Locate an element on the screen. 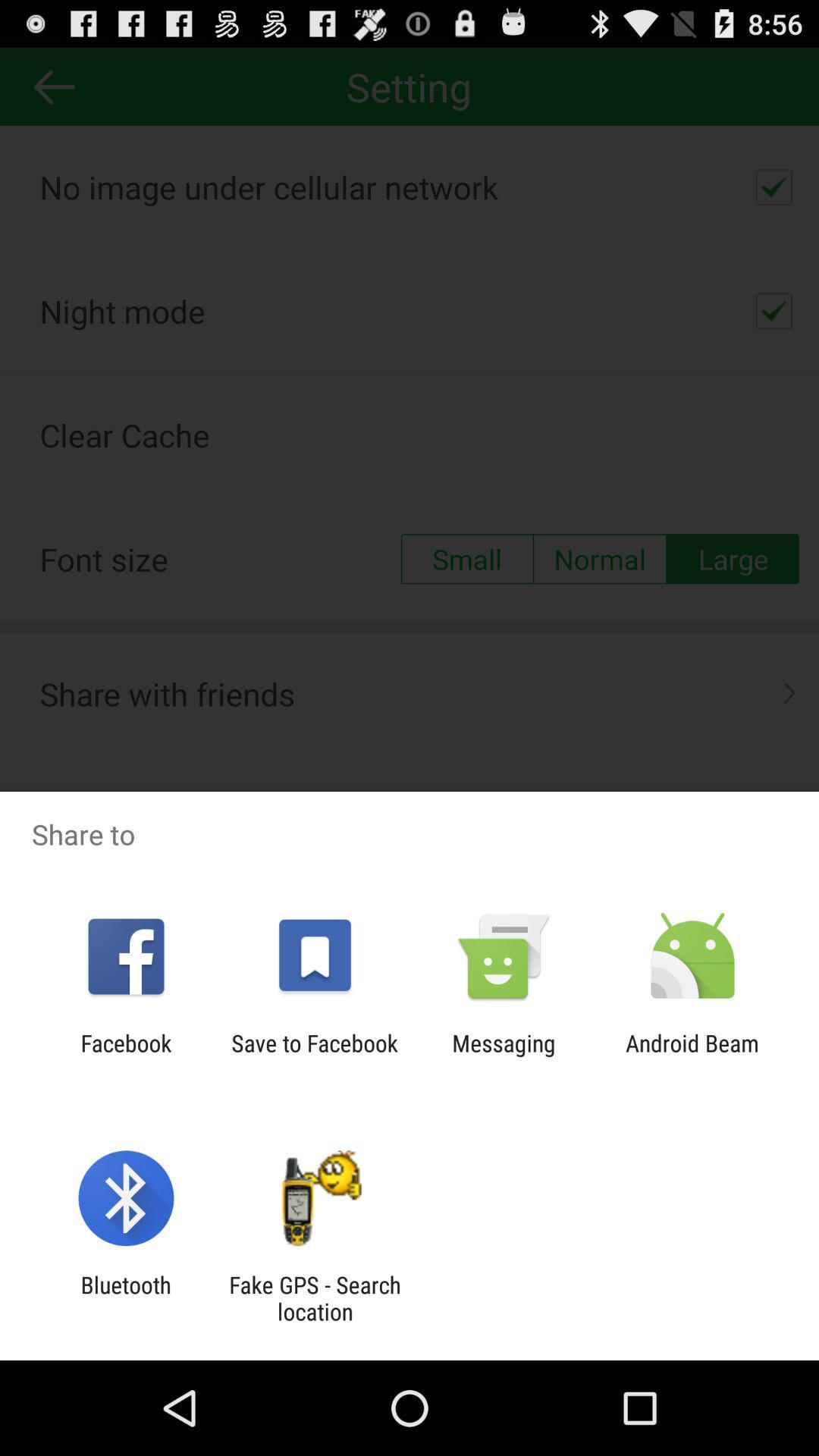 The height and width of the screenshot is (1456, 819). the fake gps search app is located at coordinates (314, 1298).